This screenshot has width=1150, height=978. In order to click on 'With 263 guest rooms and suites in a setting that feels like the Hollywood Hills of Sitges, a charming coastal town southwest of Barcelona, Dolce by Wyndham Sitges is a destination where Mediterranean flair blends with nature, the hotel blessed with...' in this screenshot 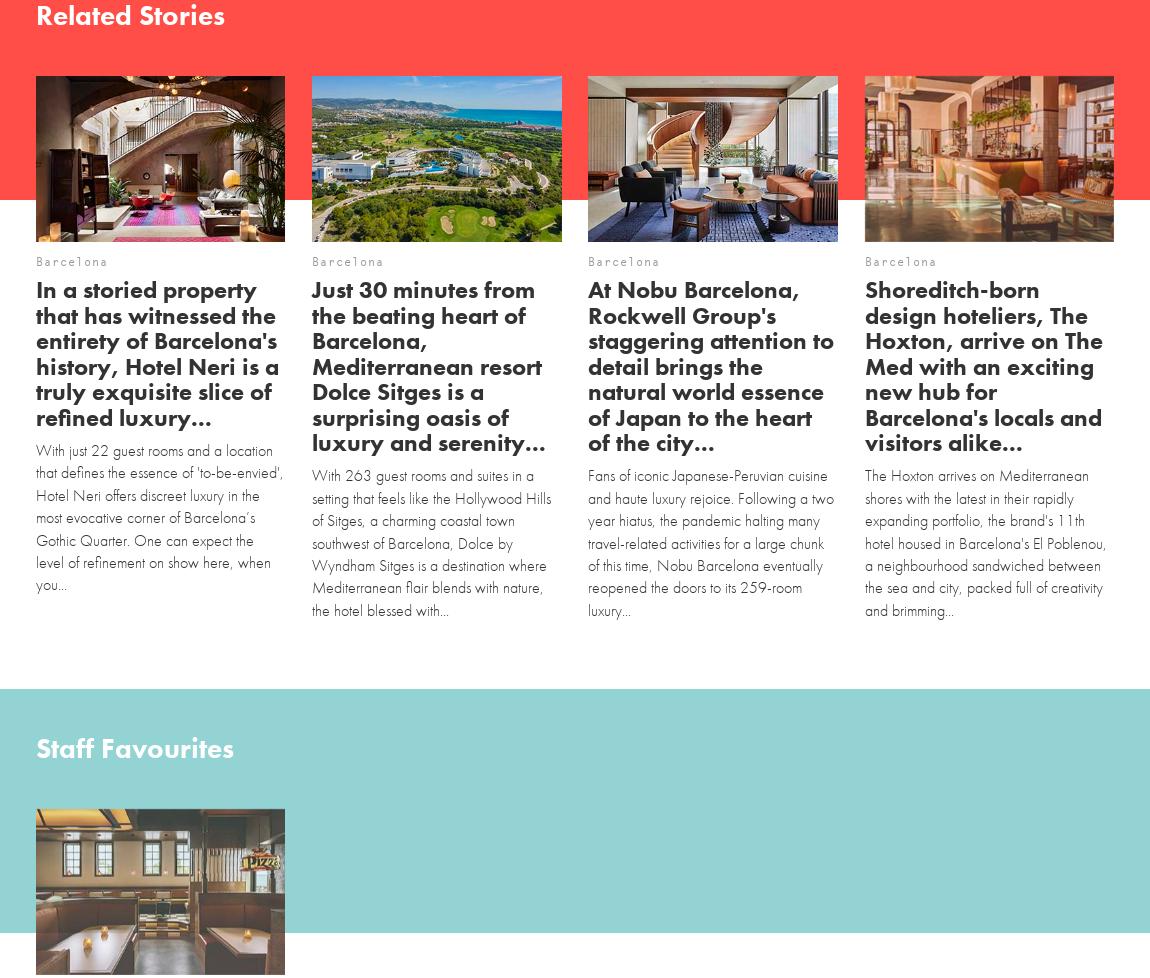, I will do `click(431, 542)`.